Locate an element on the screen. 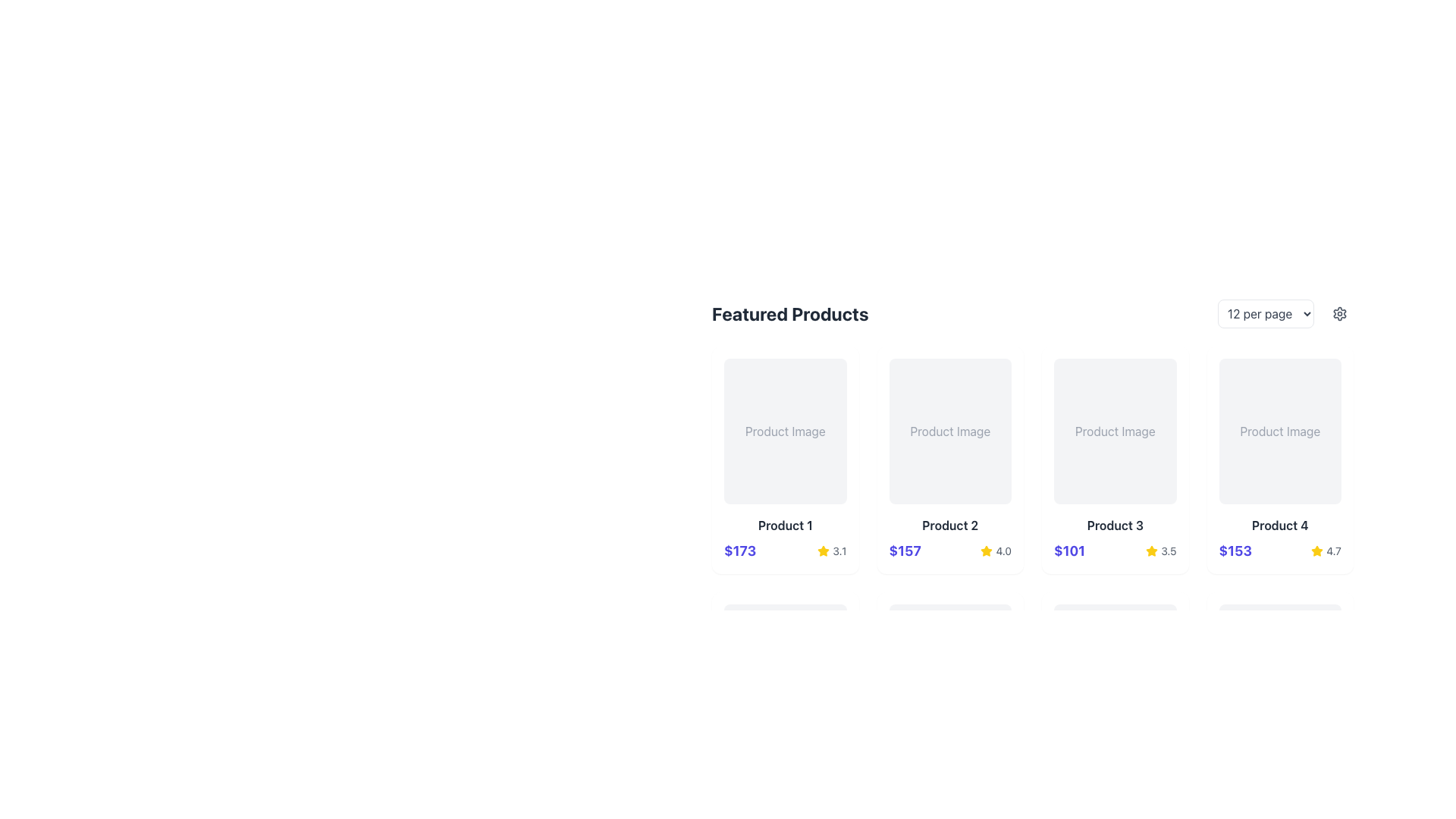  the settings icon located at the top-right corner of the product listings interface is located at coordinates (1339, 312).